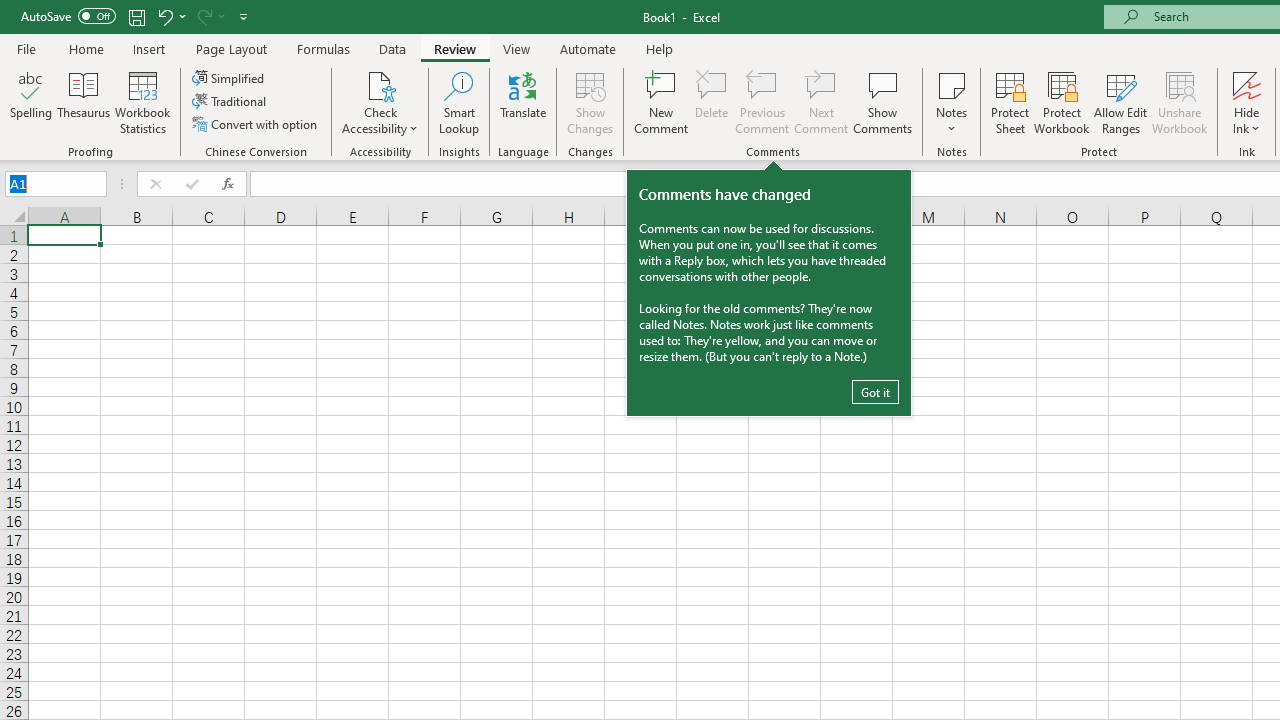  I want to click on 'Notes', so click(950, 103).